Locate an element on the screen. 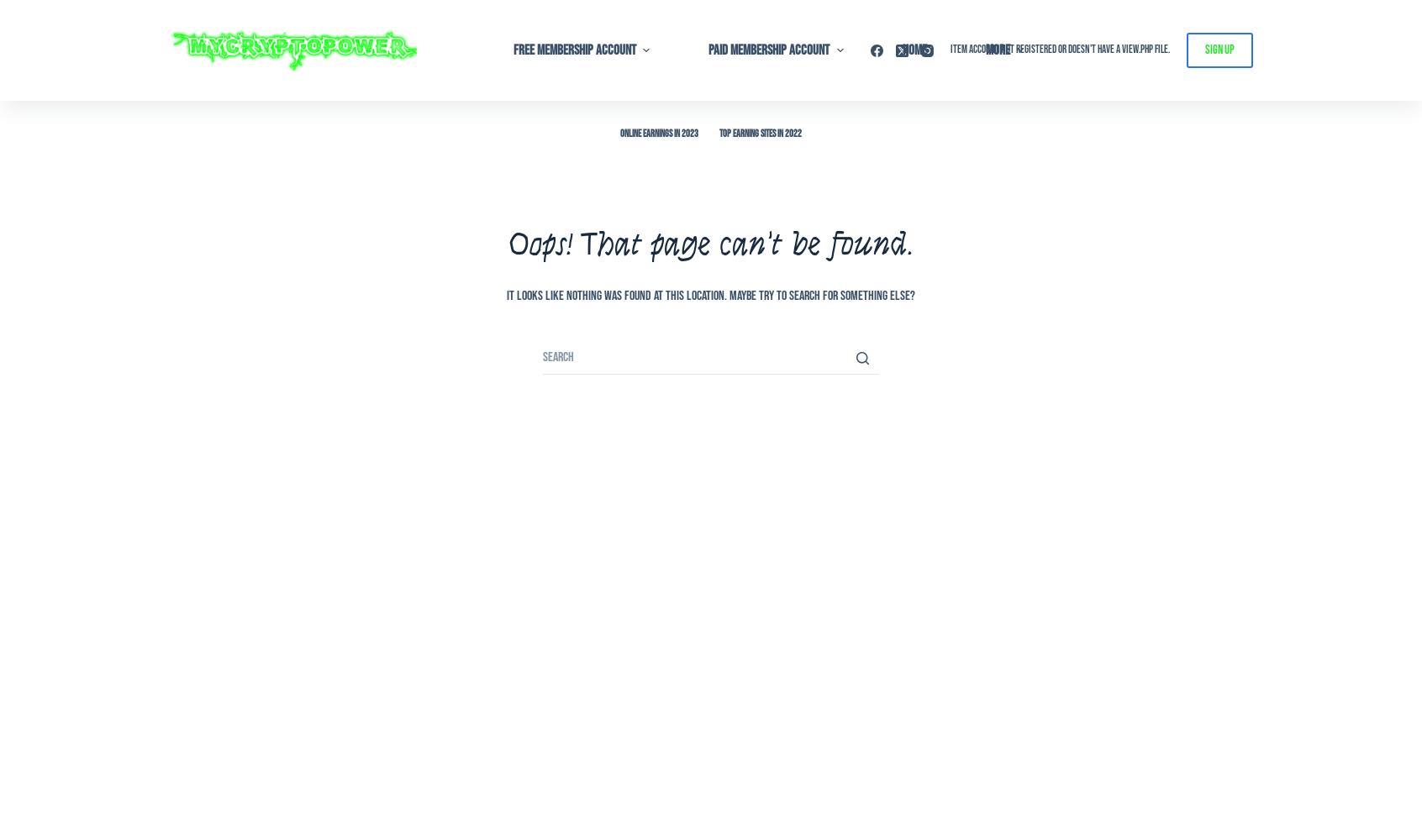 The width and height of the screenshot is (1422, 840). 'Paid Membership Account' is located at coordinates (768, 50).